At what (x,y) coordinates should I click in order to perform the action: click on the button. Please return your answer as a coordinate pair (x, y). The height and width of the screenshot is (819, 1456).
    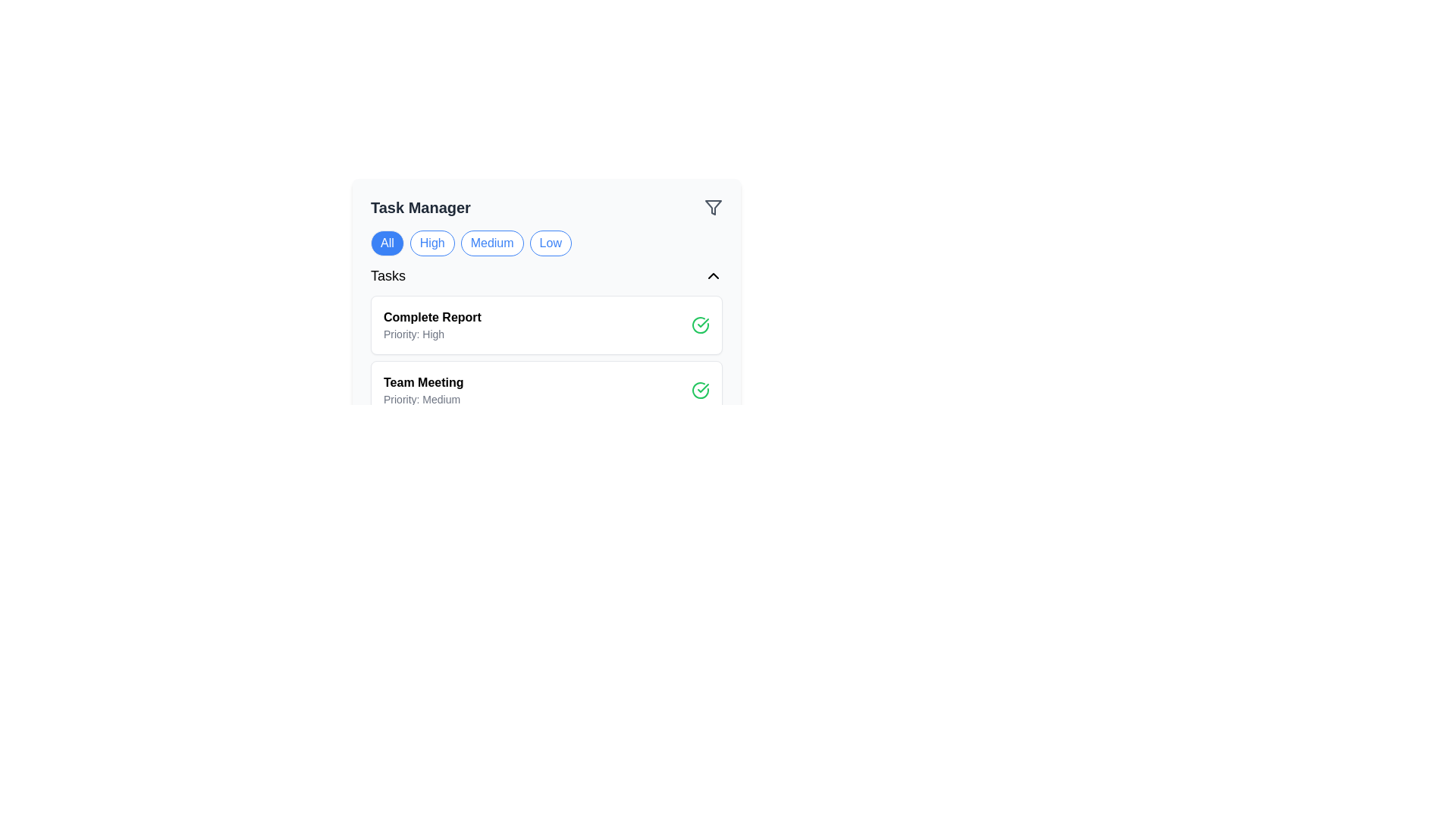
    Looking at the image, I should click on (712, 275).